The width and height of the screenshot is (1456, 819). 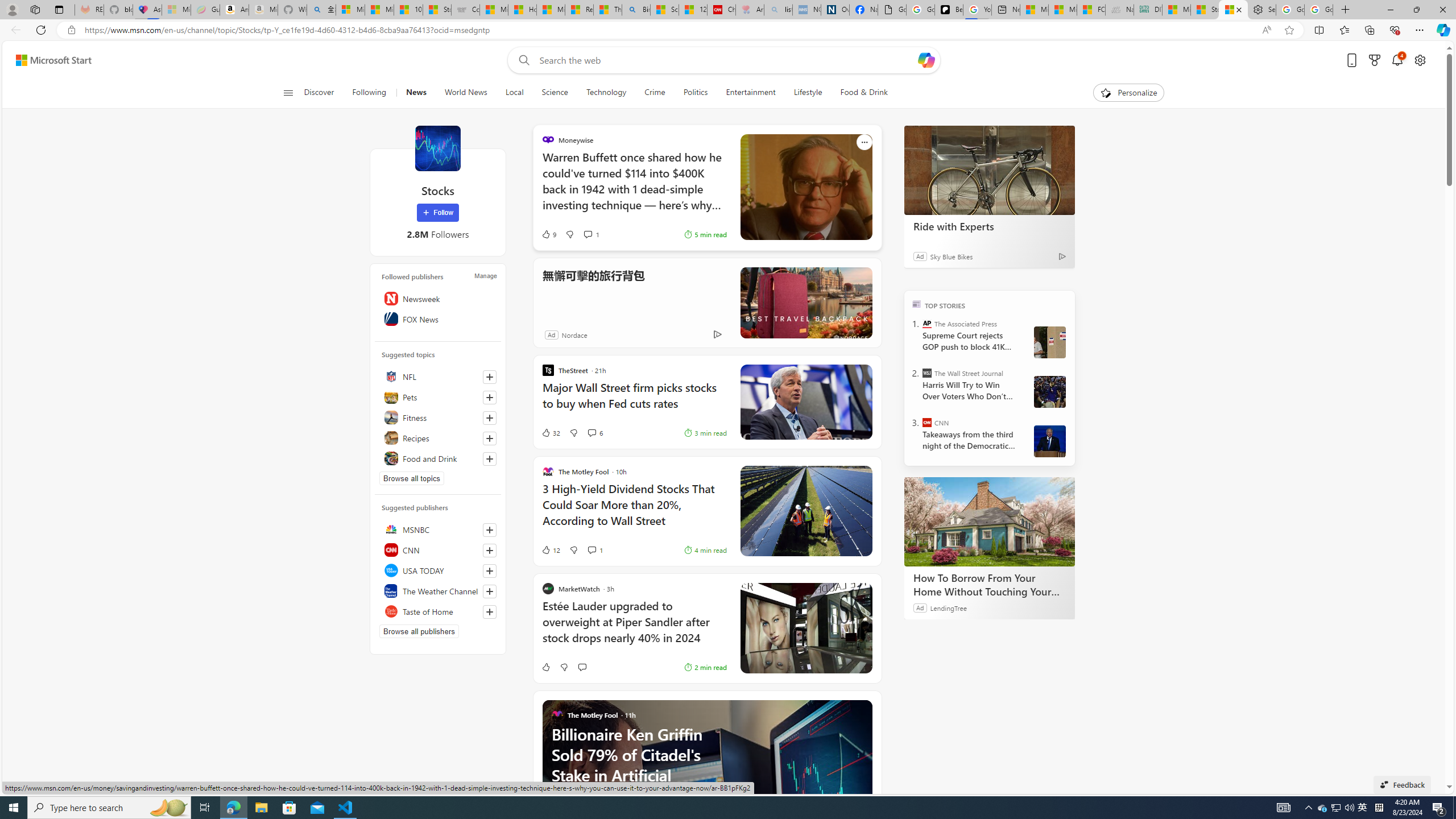 What do you see at coordinates (950, 255) in the screenshot?
I see `'Sky Blue Bikes'` at bounding box center [950, 255].